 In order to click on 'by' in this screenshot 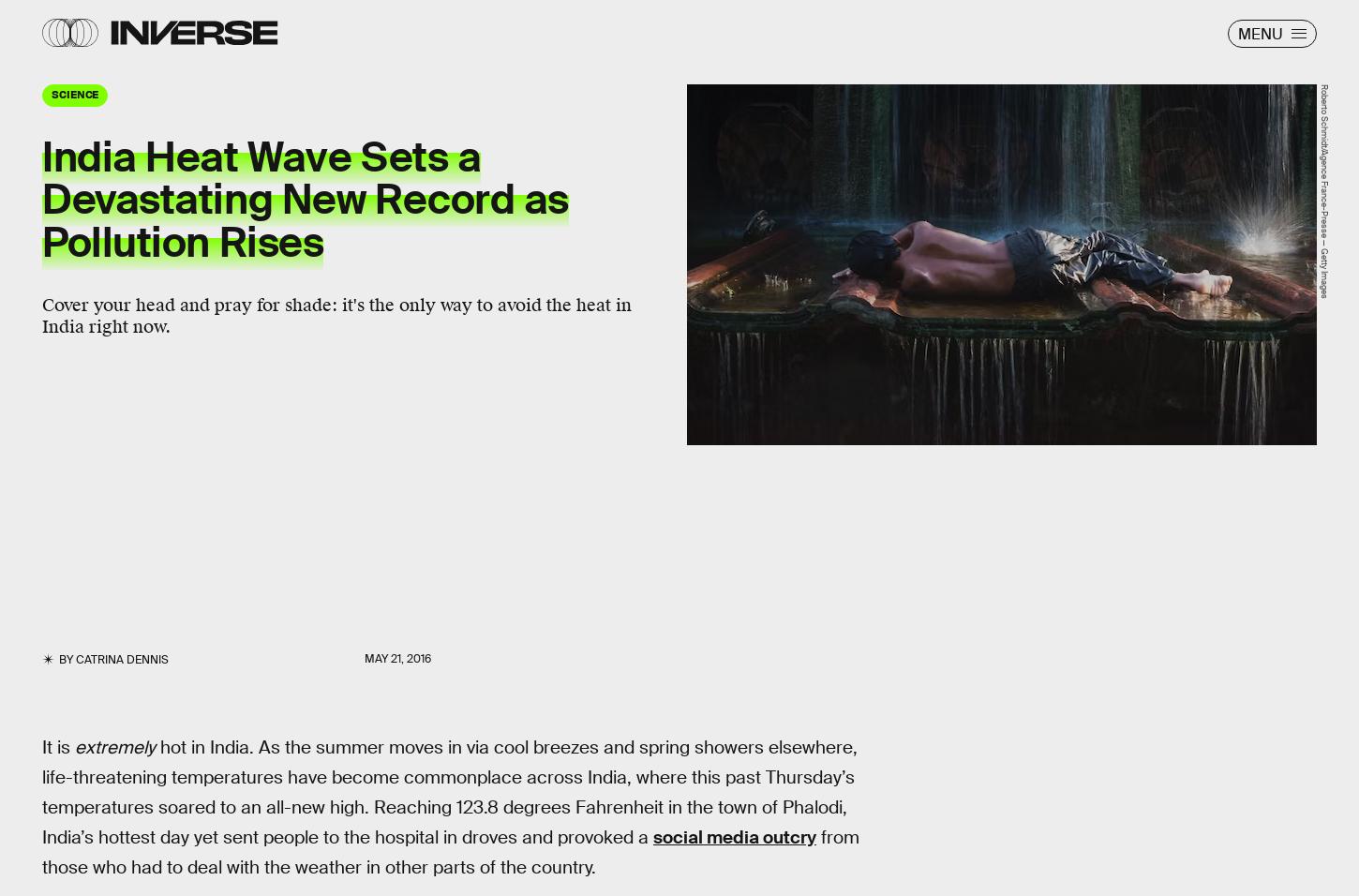, I will do `click(66, 659)`.